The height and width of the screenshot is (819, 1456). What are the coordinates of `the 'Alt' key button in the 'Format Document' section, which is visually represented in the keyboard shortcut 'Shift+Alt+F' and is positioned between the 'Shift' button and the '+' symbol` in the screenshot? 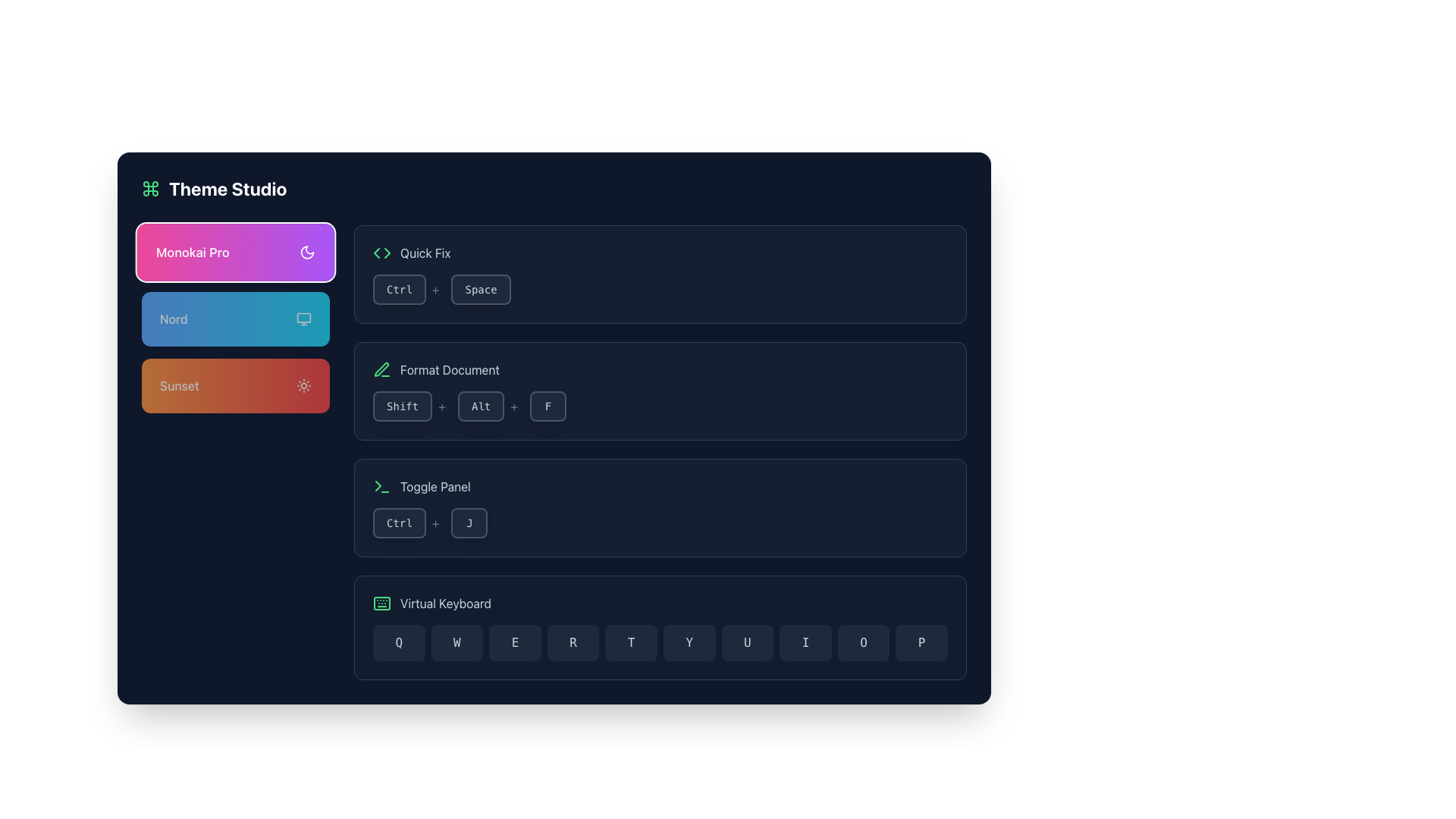 It's located at (491, 406).